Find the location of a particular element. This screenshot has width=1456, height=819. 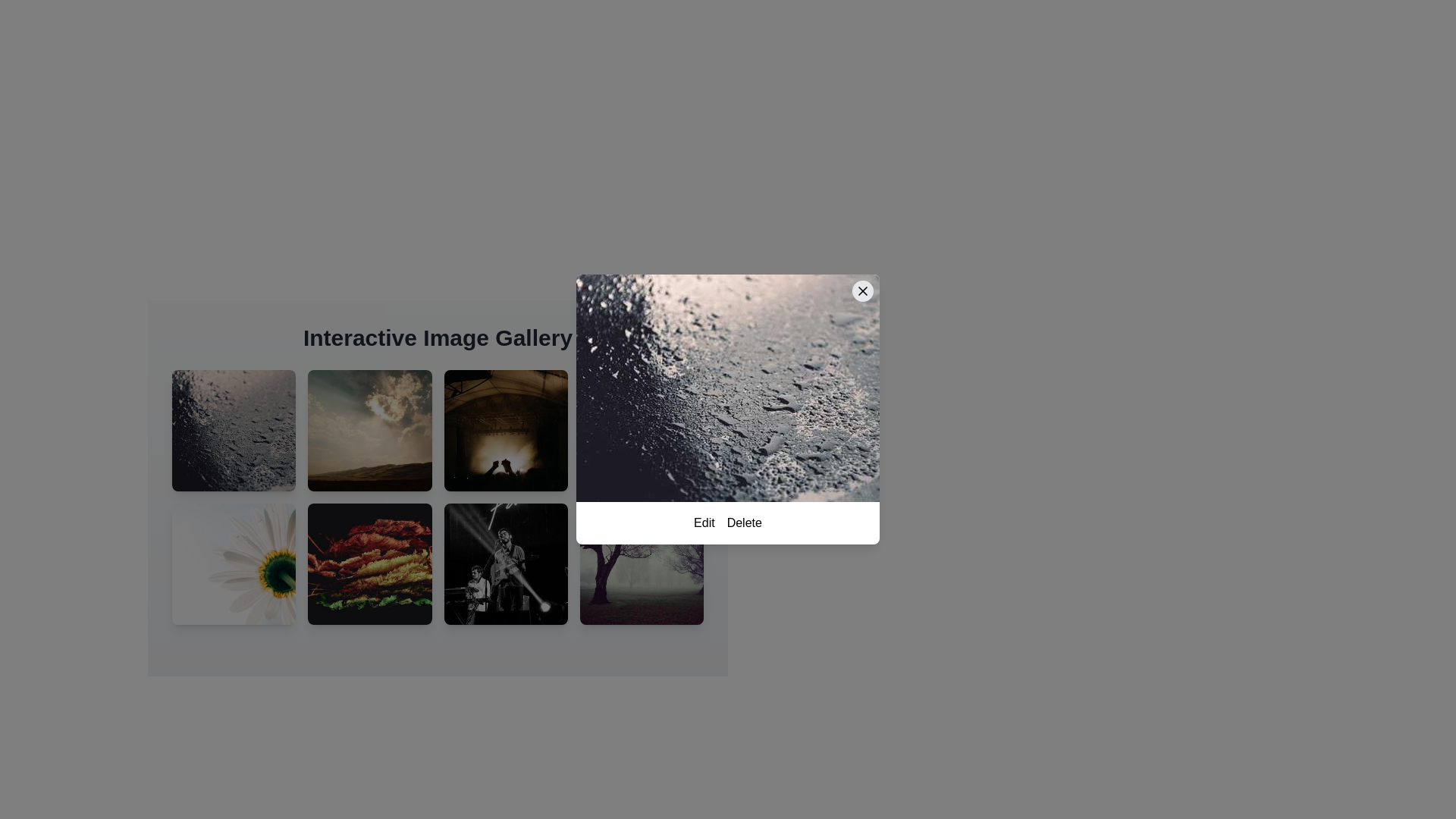

the image tile located in the second row, second column of the gallery grid is located at coordinates (369, 564).